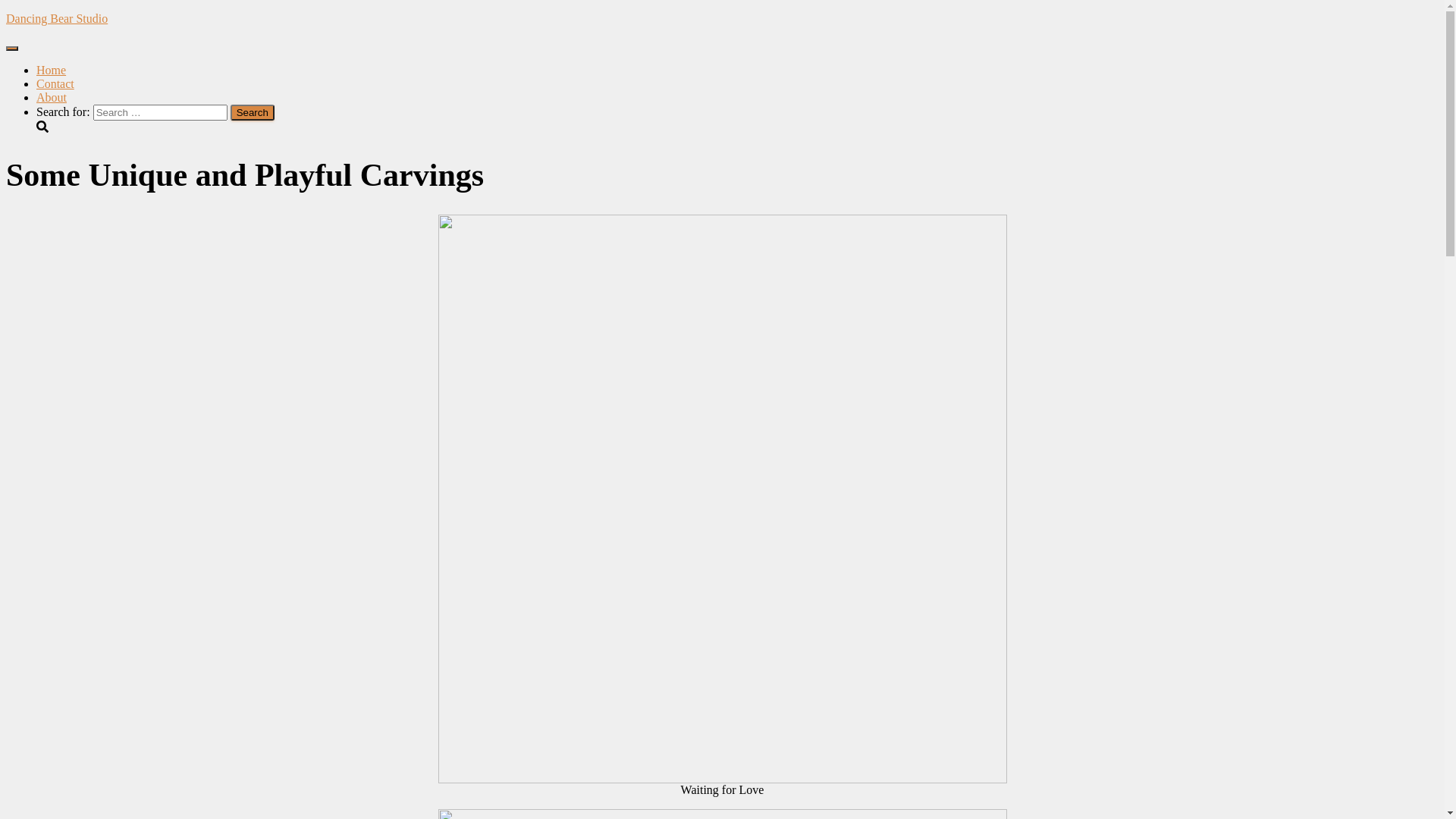  I want to click on 'Contact', so click(55, 83).